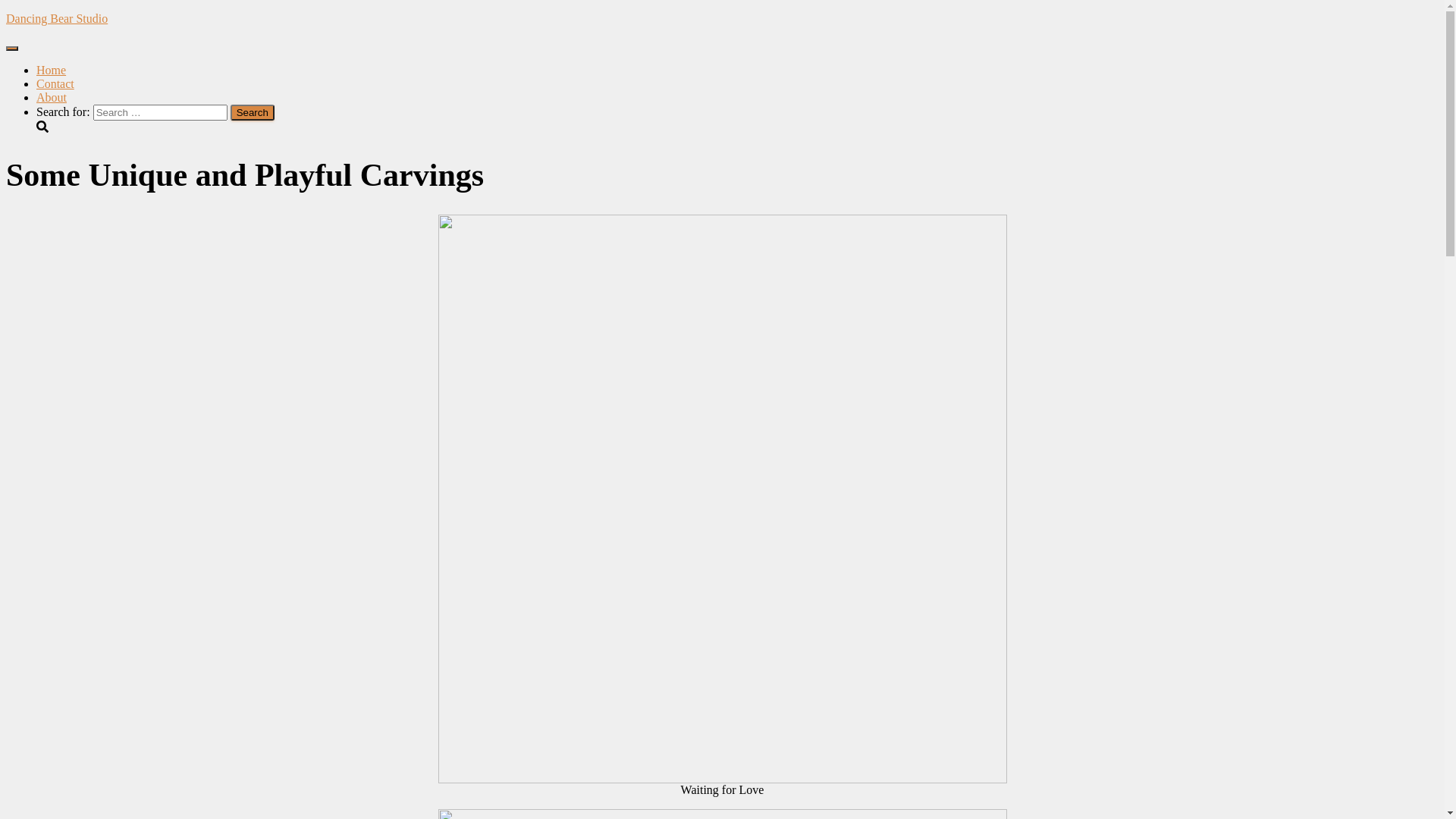  I want to click on 'Contact', so click(55, 83).